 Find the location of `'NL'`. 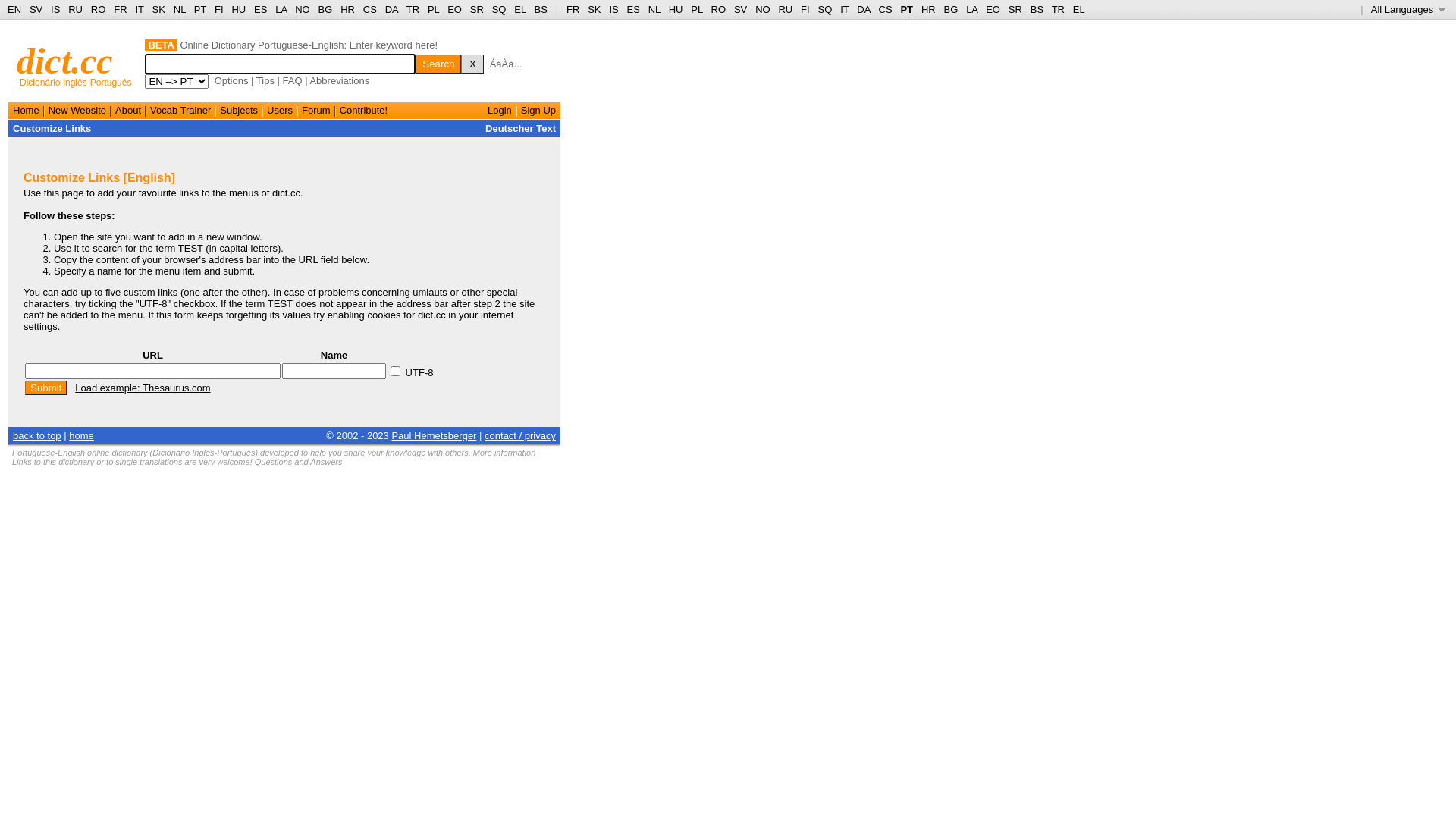

'NL' is located at coordinates (654, 9).